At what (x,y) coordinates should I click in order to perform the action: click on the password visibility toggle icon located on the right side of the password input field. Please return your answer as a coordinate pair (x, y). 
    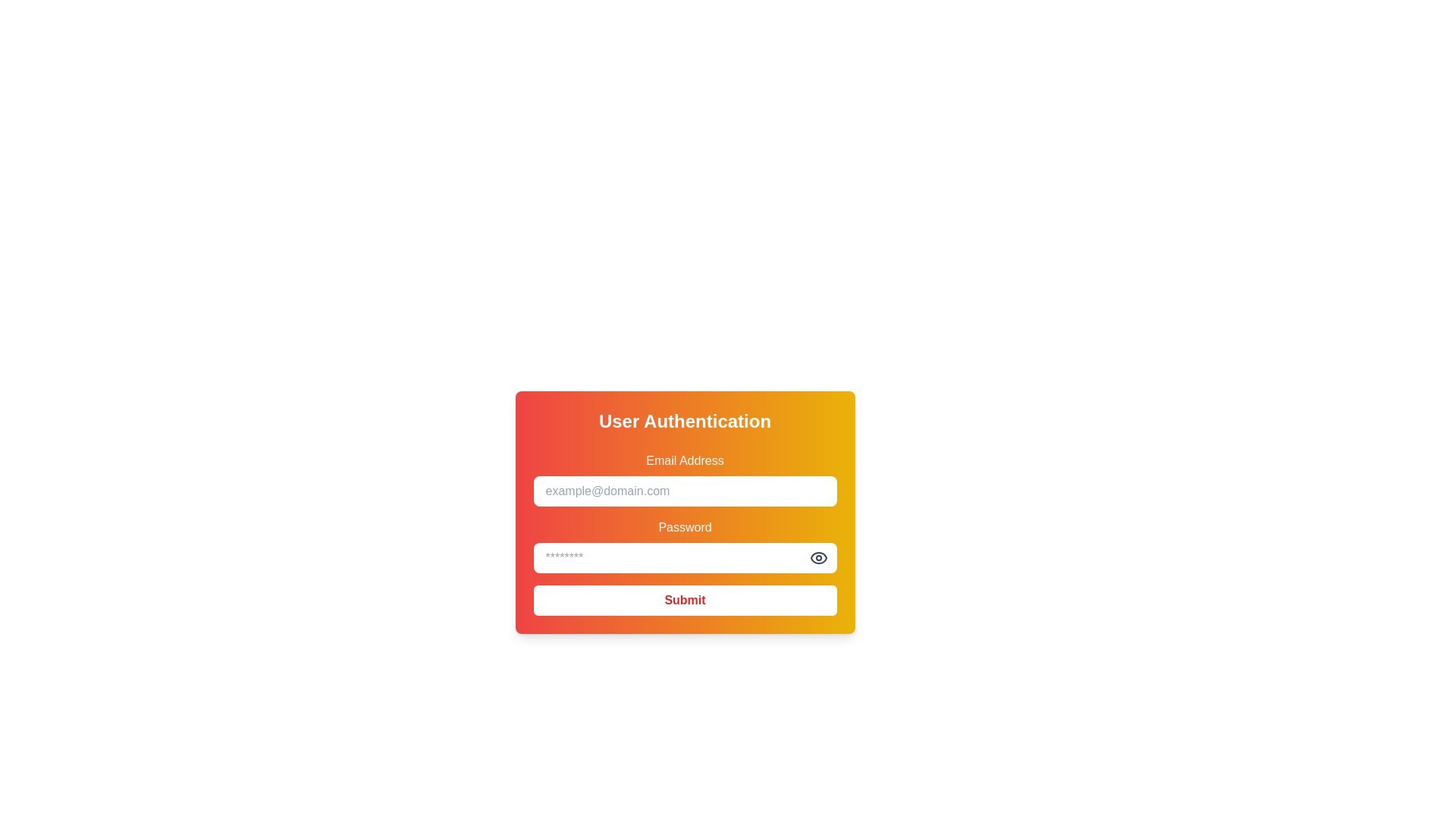
    Looking at the image, I should click on (817, 558).